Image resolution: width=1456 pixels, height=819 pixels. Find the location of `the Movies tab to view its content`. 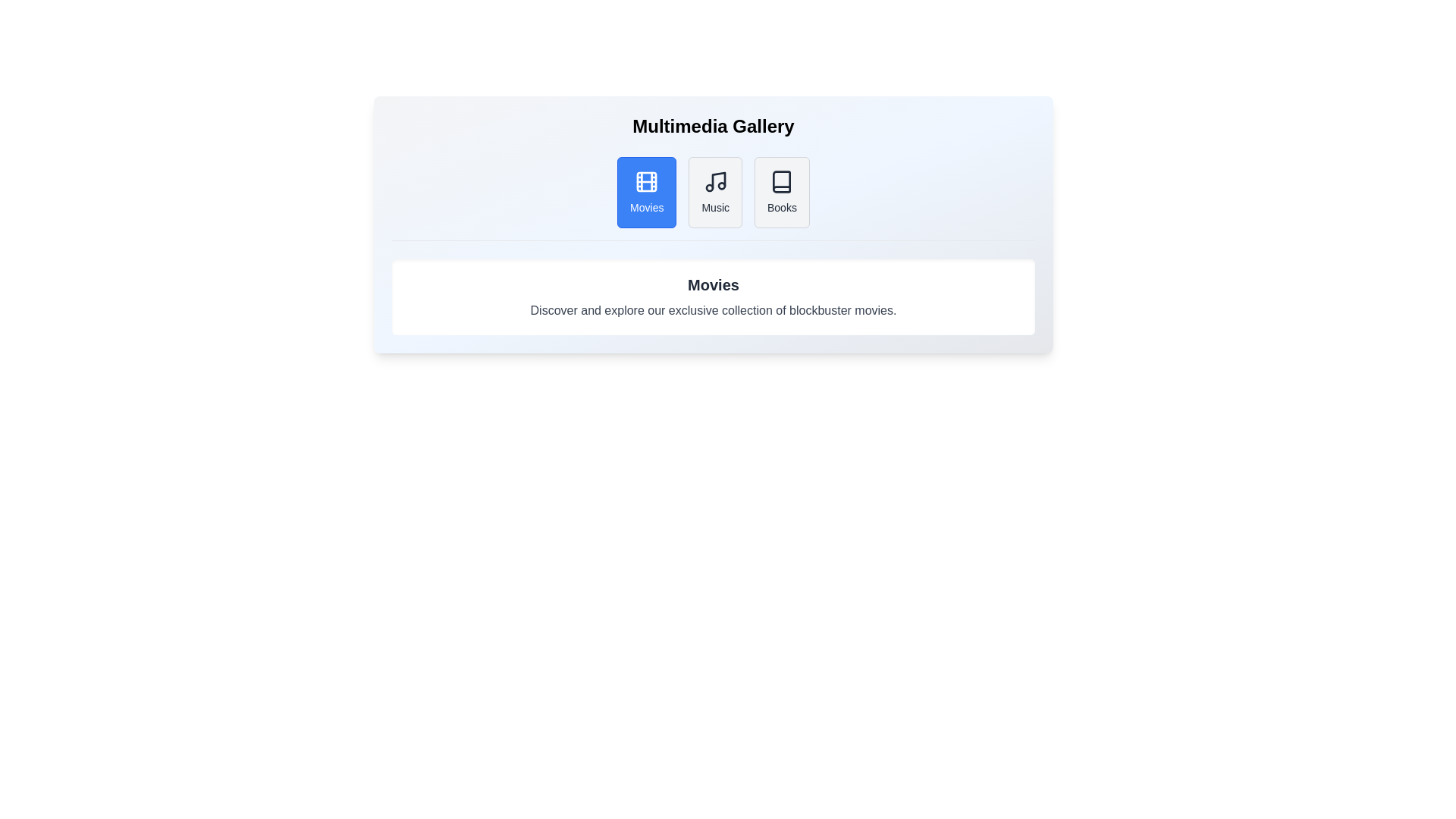

the Movies tab to view its content is located at coordinates (647, 192).